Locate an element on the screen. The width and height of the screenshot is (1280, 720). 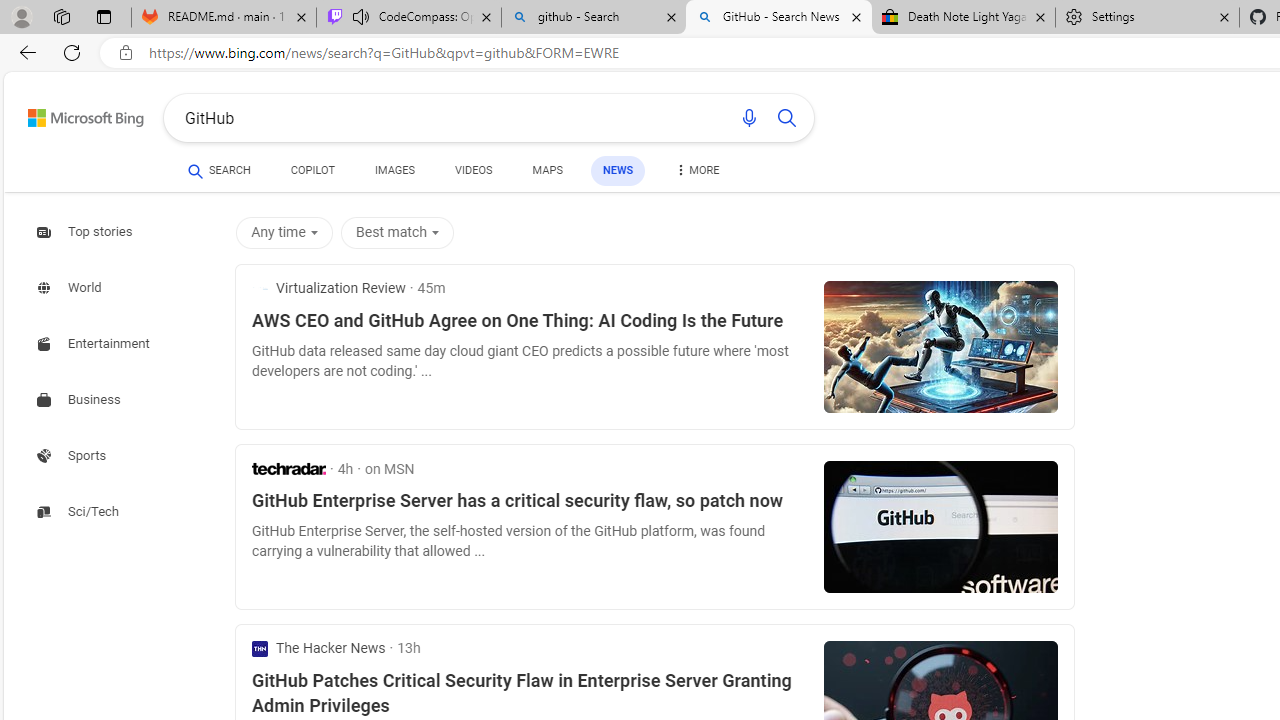
'Best match' is located at coordinates (397, 231).